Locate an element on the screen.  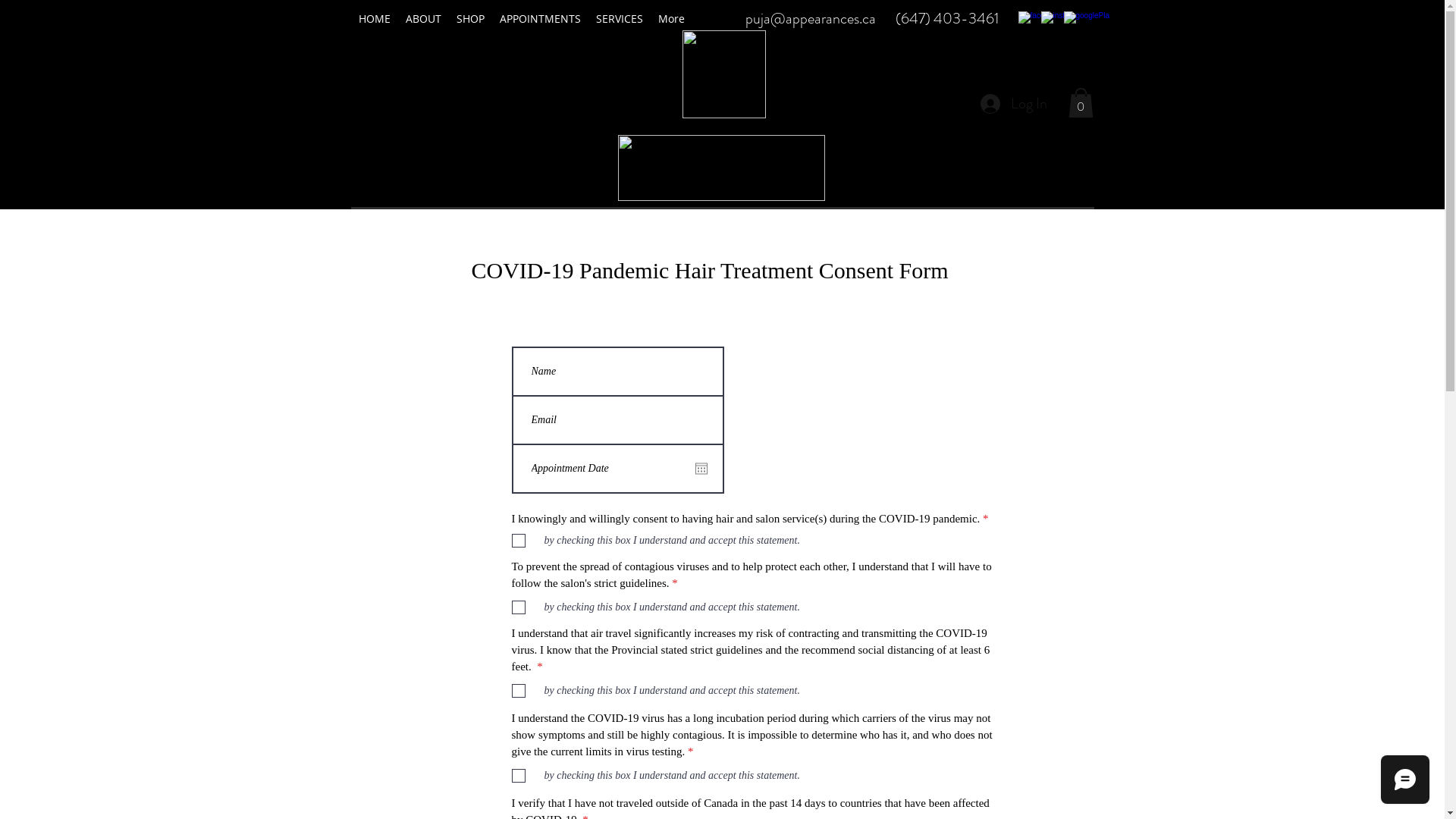
'puja@appearances.ca' is located at coordinates (809, 18).